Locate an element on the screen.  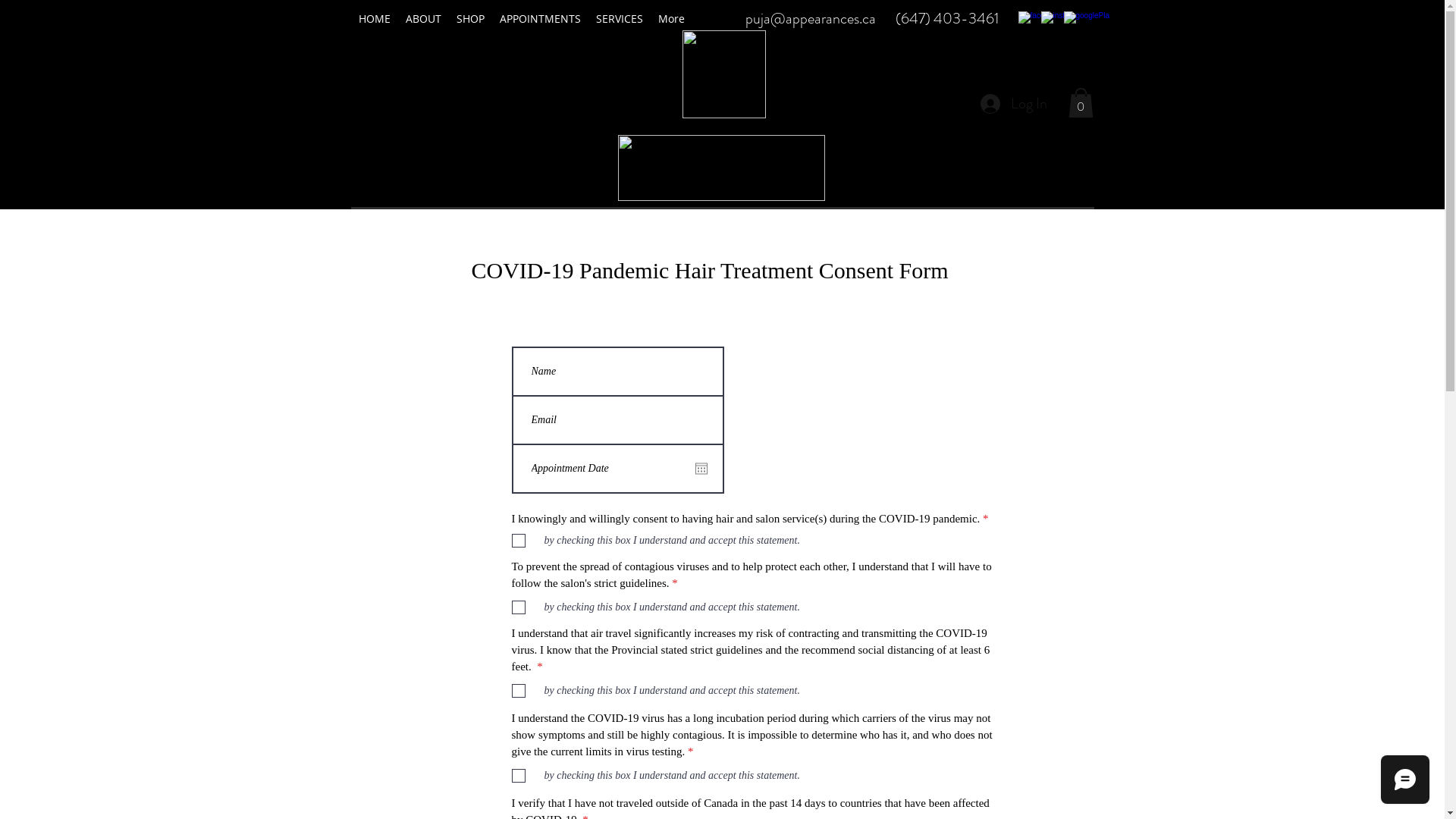
'puja@appearances.ca' is located at coordinates (809, 18).